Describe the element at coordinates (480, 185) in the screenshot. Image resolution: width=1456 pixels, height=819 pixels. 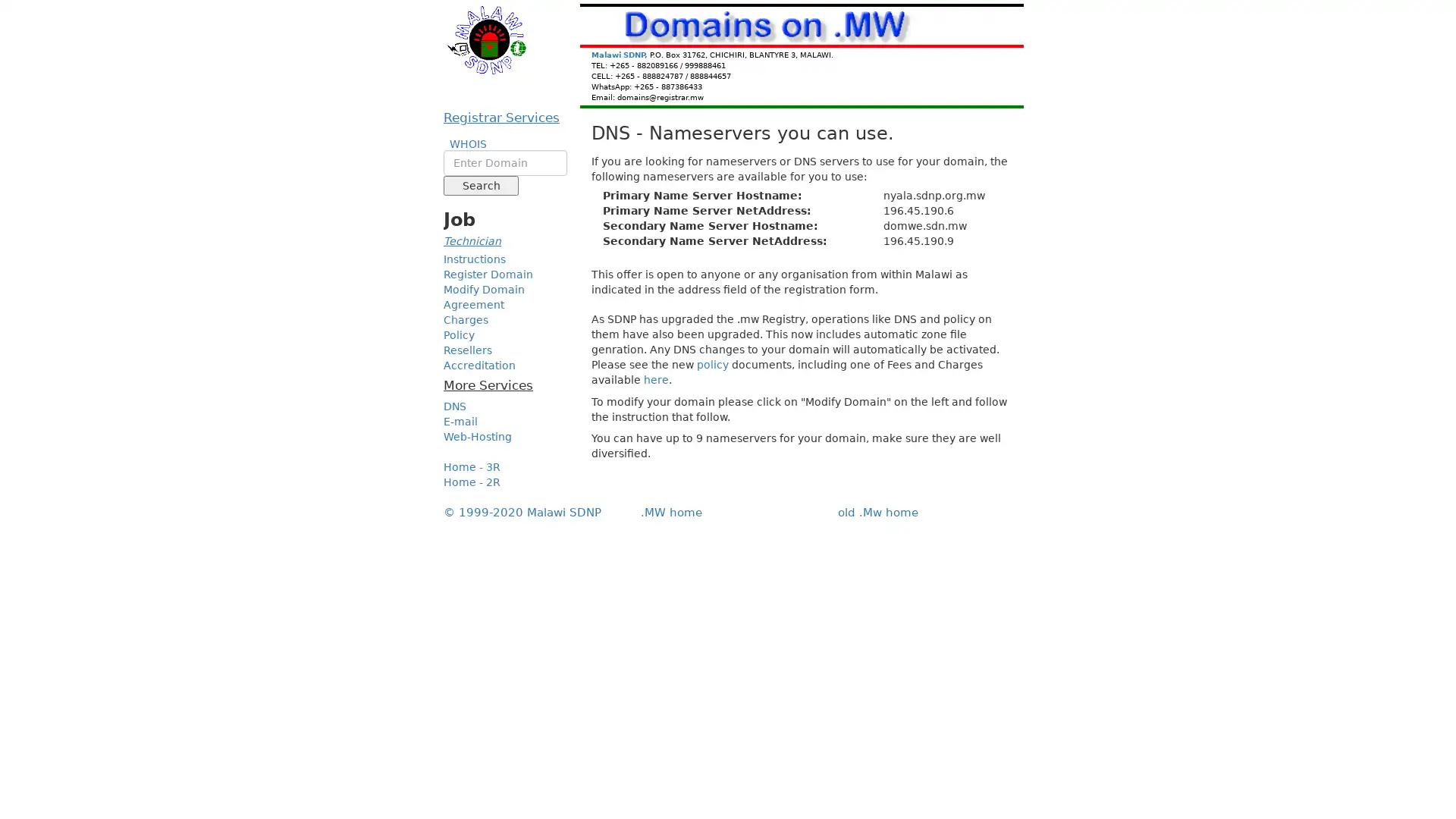
I see `Search` at that location.